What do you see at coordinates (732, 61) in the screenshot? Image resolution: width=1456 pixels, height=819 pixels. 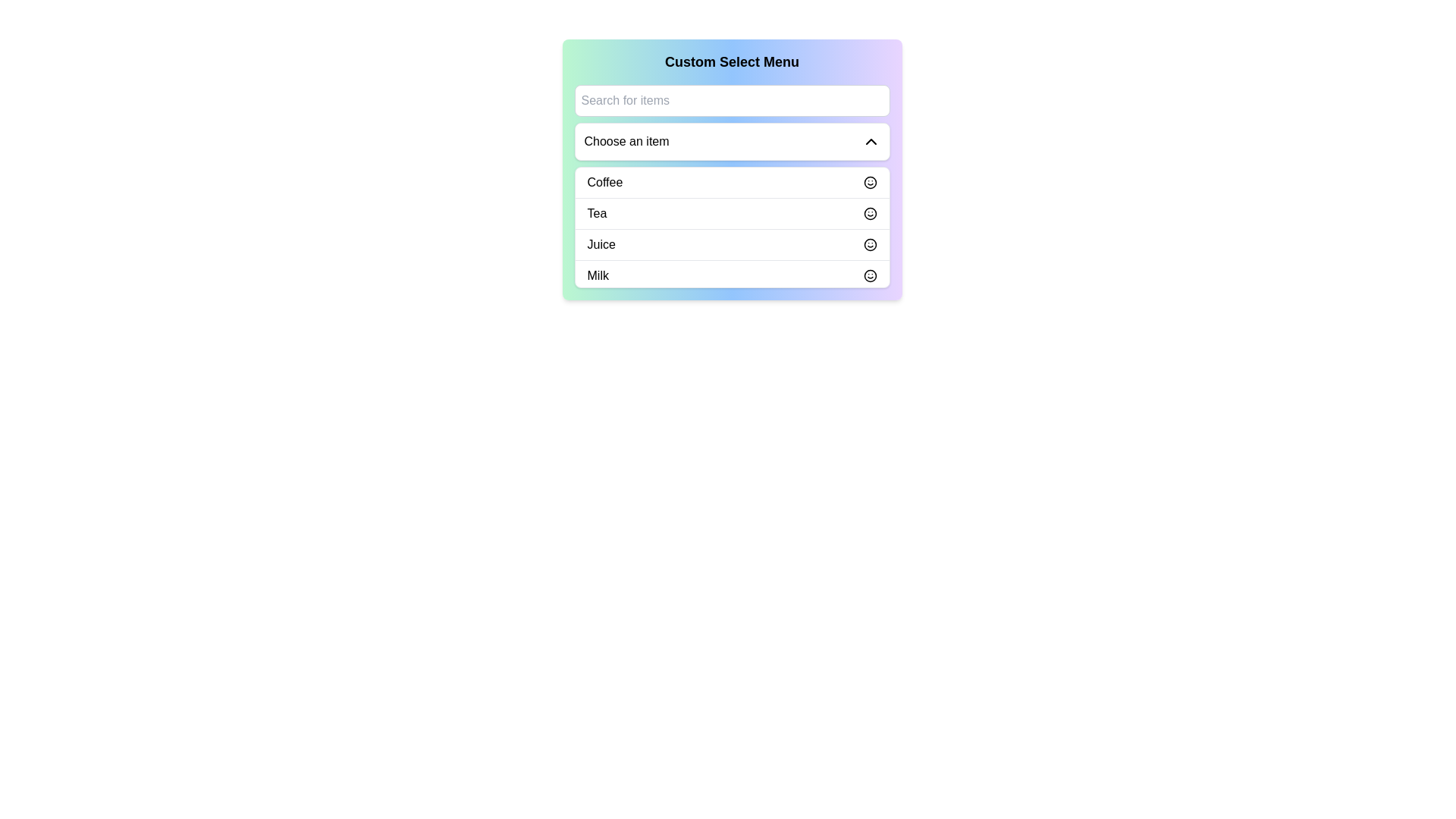 I see `the 'Custom Select Menu' text label, which is styled with a bold and large font and positioned at the top of a panel containing a select menu` at bounding box center [732, 61].